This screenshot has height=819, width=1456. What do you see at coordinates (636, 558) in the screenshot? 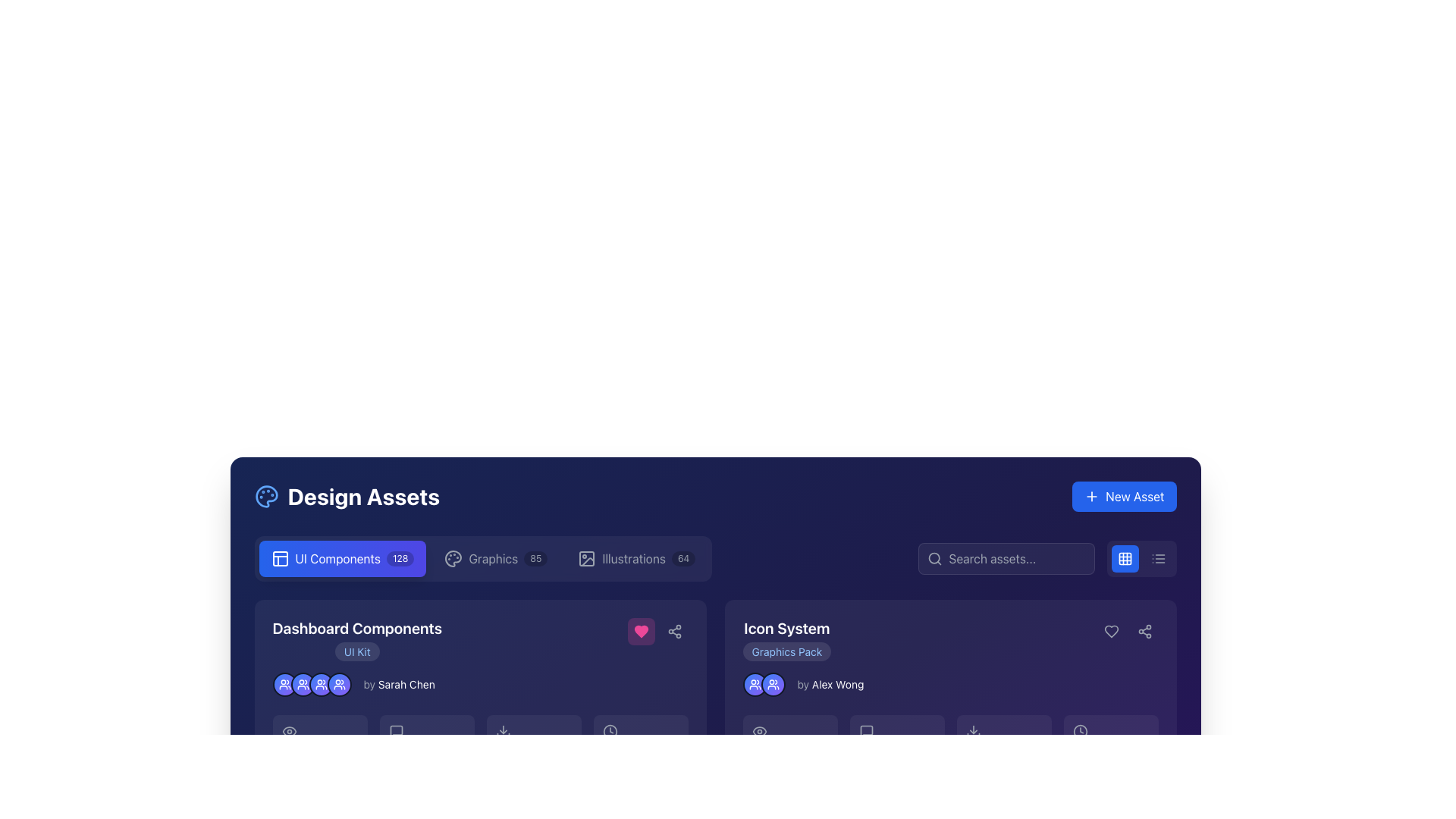
I see `the third navigation button in the horizontal menu bar` at bounding box center [636, 558].